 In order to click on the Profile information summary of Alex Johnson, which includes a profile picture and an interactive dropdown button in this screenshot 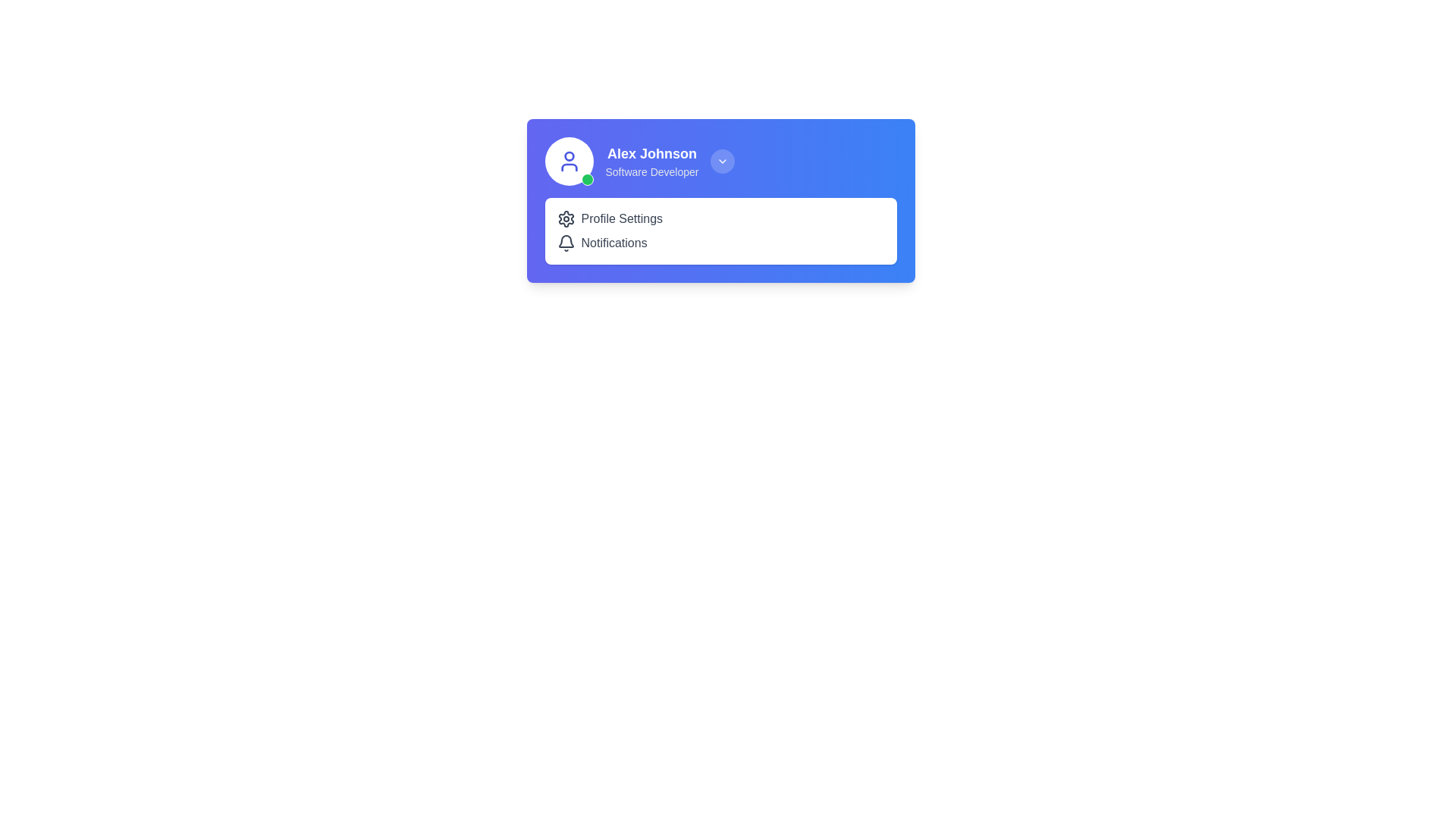, I will do `click(720, 161)`.